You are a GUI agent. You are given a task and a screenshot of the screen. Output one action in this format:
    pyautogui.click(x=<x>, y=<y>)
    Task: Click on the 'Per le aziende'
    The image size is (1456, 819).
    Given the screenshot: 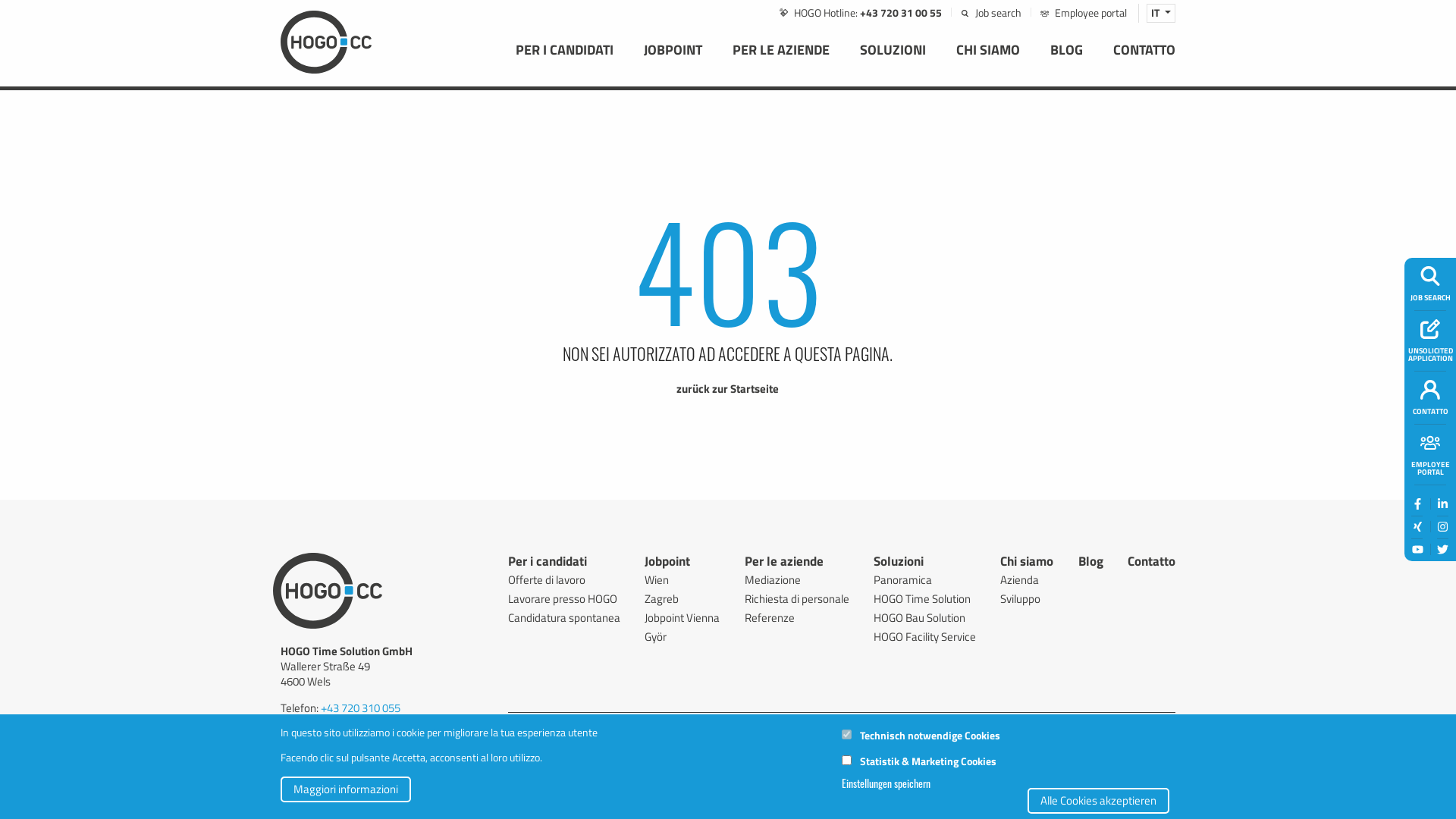 What is the action you would take?
    pyautogui.click(x=783, y=563)
    